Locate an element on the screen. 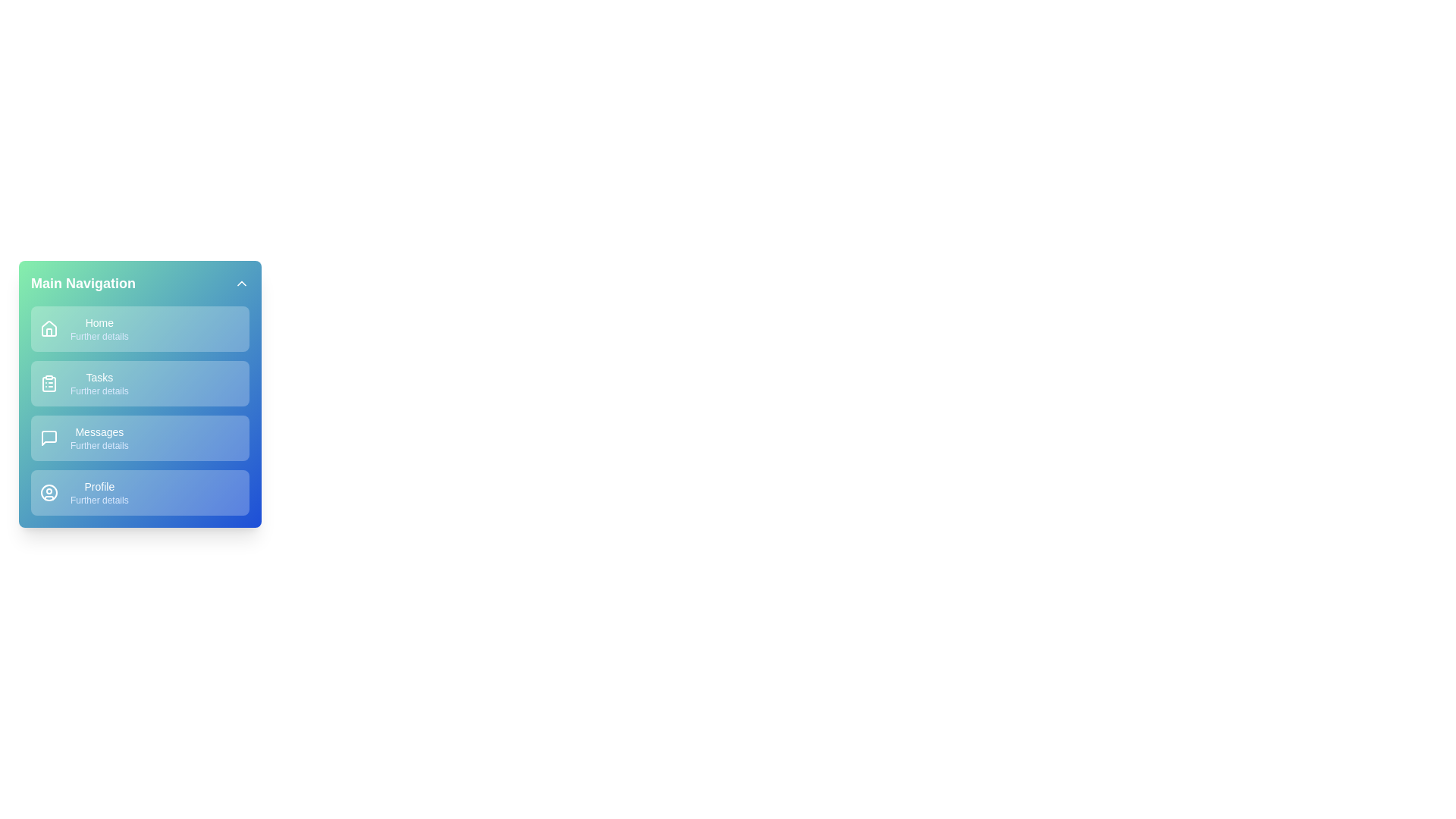  the menu item Profile by clicking on it is located at coordinates (140, 493).